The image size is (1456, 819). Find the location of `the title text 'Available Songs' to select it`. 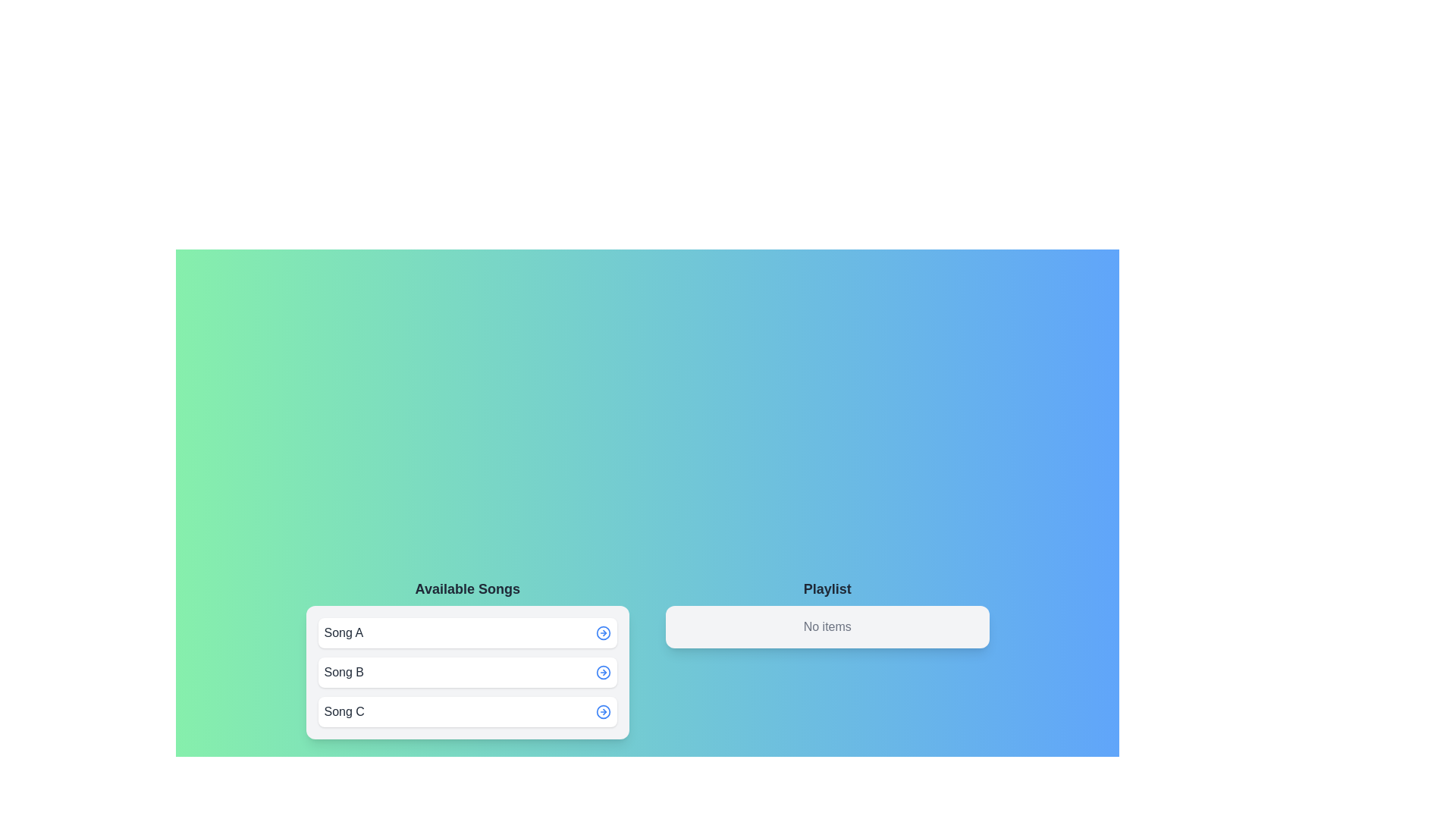

the title text 'Available Songs' to select it is located at coordinates (466, 588).